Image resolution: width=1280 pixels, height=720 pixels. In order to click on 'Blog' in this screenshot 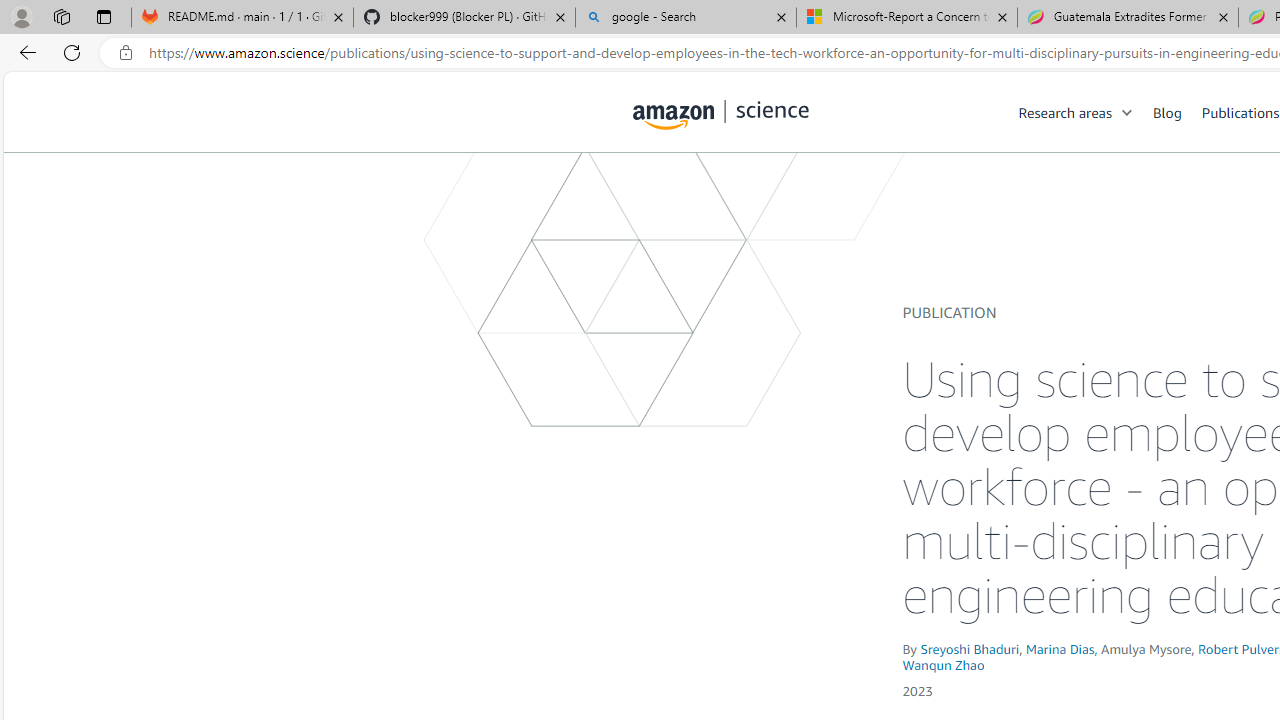, I will do `click(1177, 111)`.